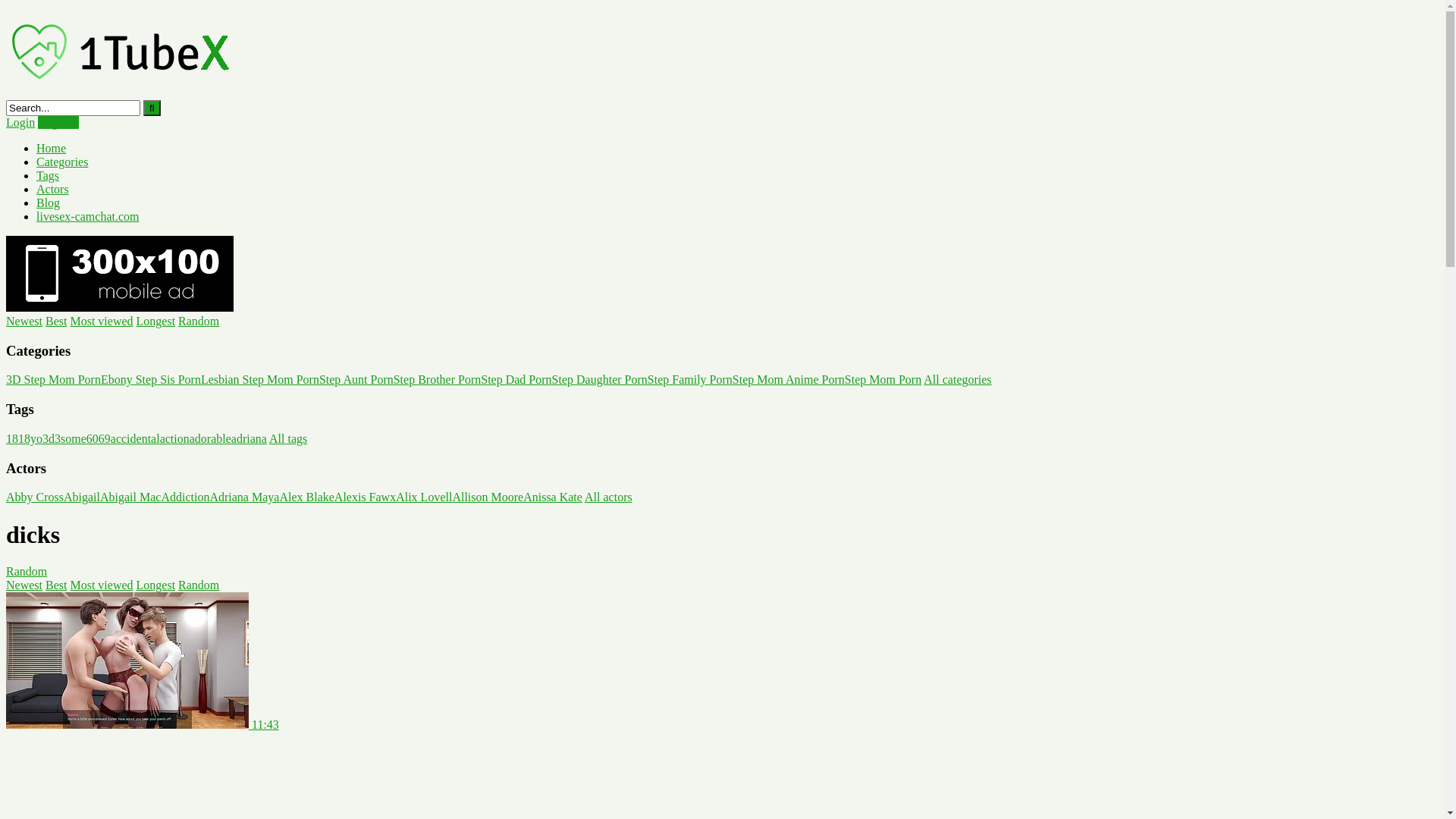 This screenshot has height=819, width=1456. What do you see at coordinates (789, 378) in the screenshot?
I see `'Step Mom Anime Porn'` at bounding box center [789, 378].